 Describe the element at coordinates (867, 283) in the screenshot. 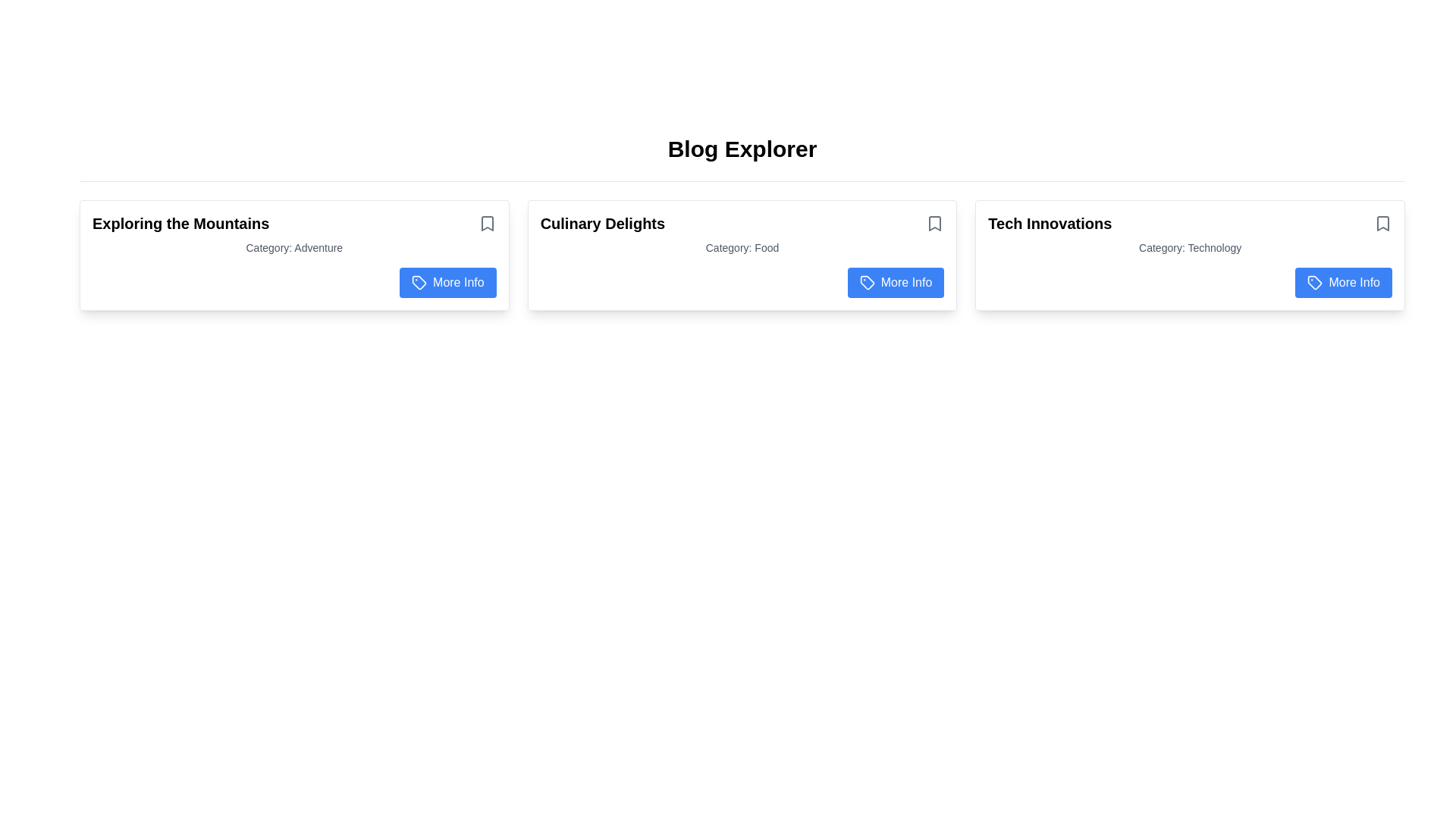

I see `the tag icon before the 'More Info' text in the second card labeled 'Culinary Delights'` at that location.